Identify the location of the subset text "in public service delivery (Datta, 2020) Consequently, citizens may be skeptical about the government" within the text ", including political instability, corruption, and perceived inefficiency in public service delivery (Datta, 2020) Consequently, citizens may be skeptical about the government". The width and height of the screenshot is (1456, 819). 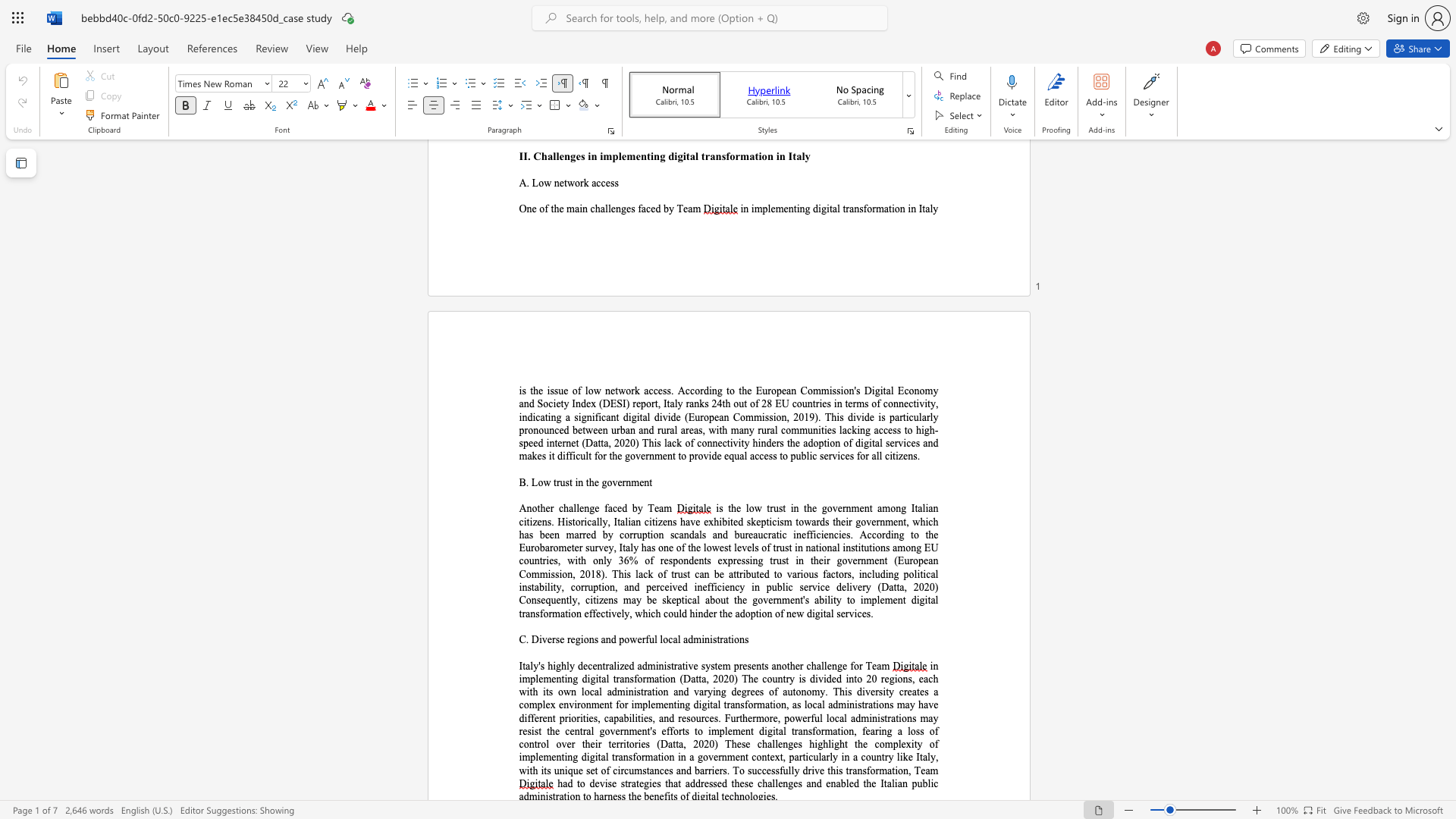
(752, 586).